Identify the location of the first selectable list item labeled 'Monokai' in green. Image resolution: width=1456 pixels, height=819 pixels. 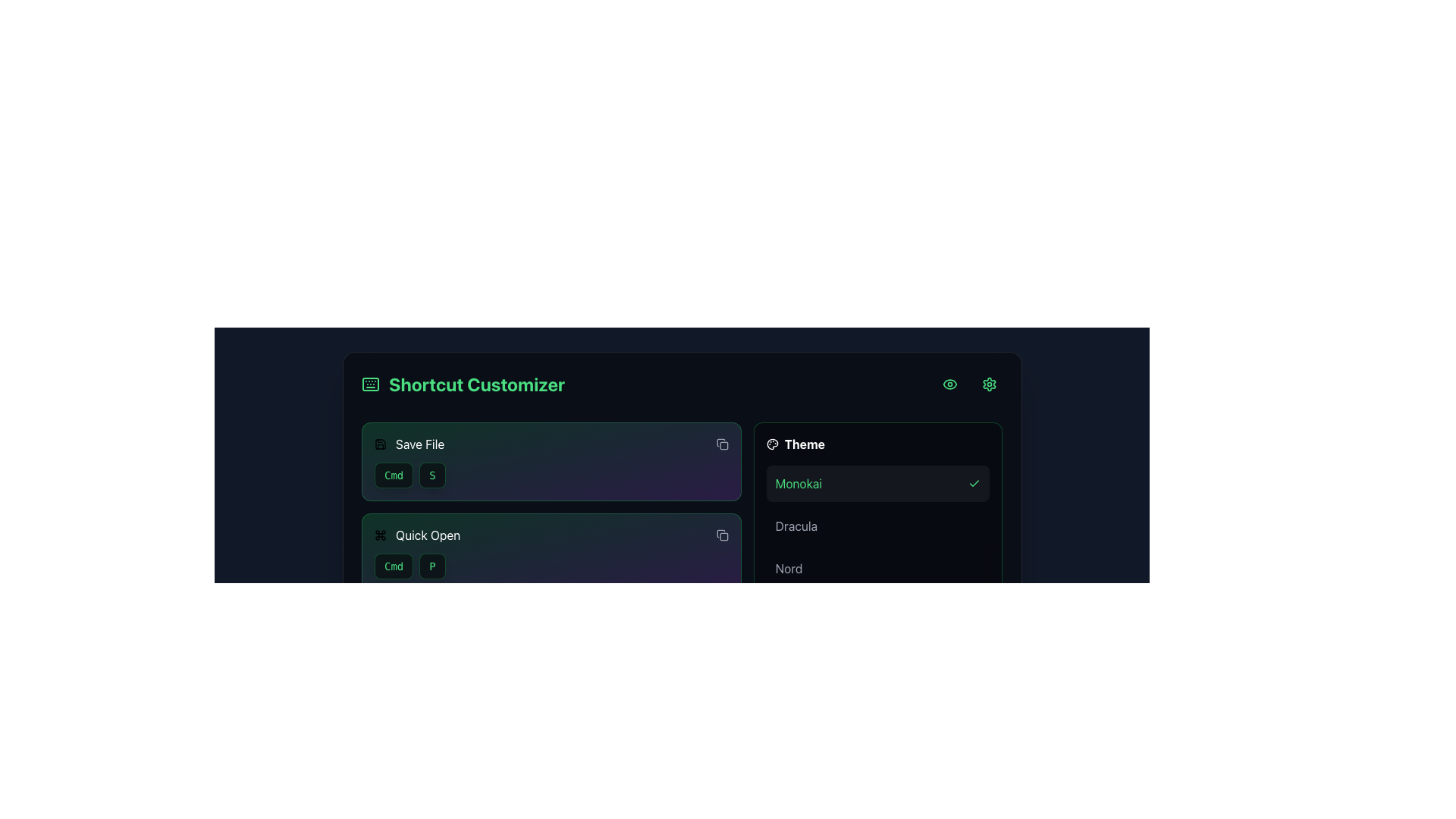
(878, 483).